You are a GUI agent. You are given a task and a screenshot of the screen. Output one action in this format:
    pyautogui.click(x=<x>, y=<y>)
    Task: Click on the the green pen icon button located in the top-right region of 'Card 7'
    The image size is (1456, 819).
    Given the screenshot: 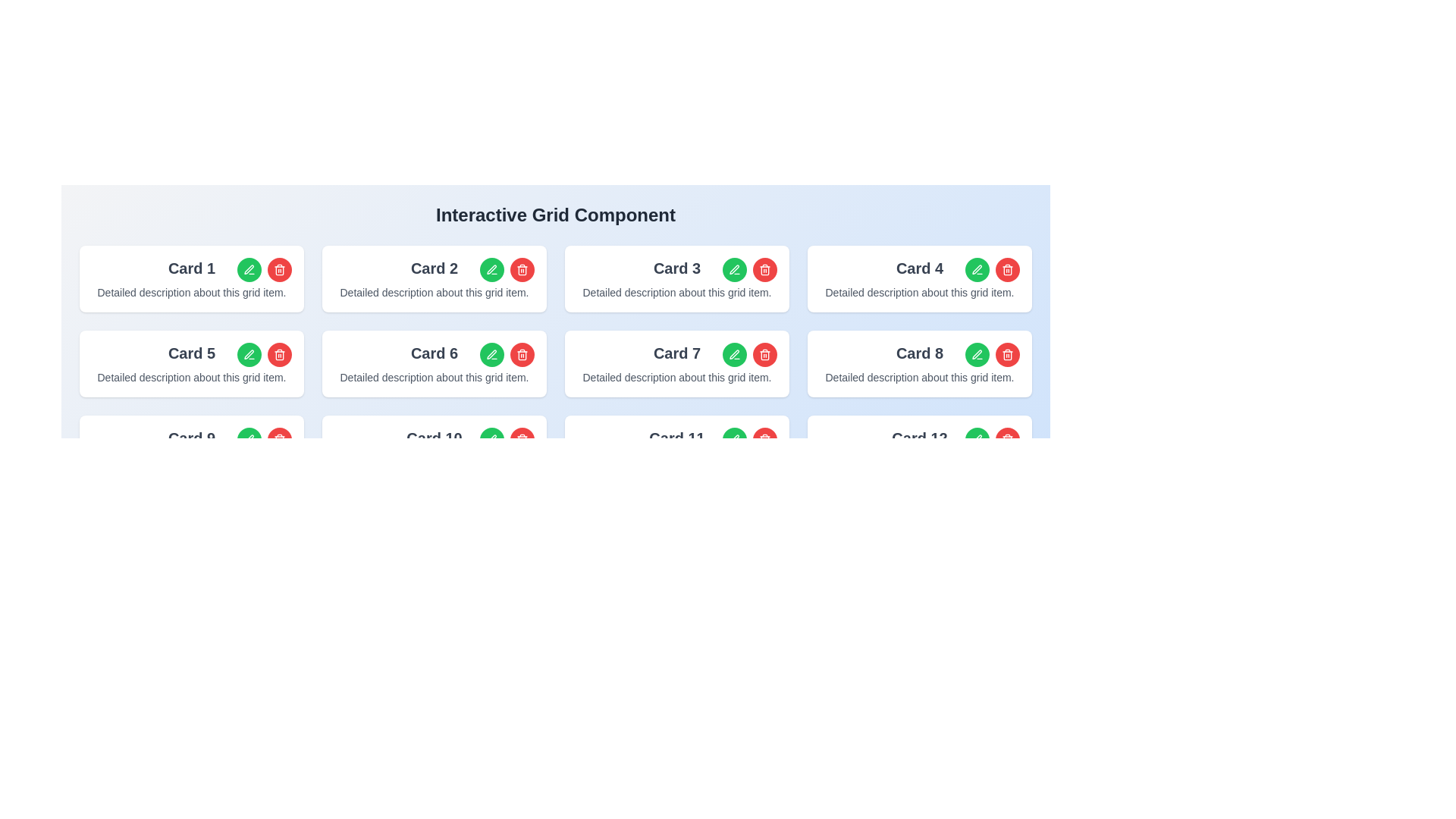 What is the action you would take?
    pyautogui.click(x=735, y=354)
    